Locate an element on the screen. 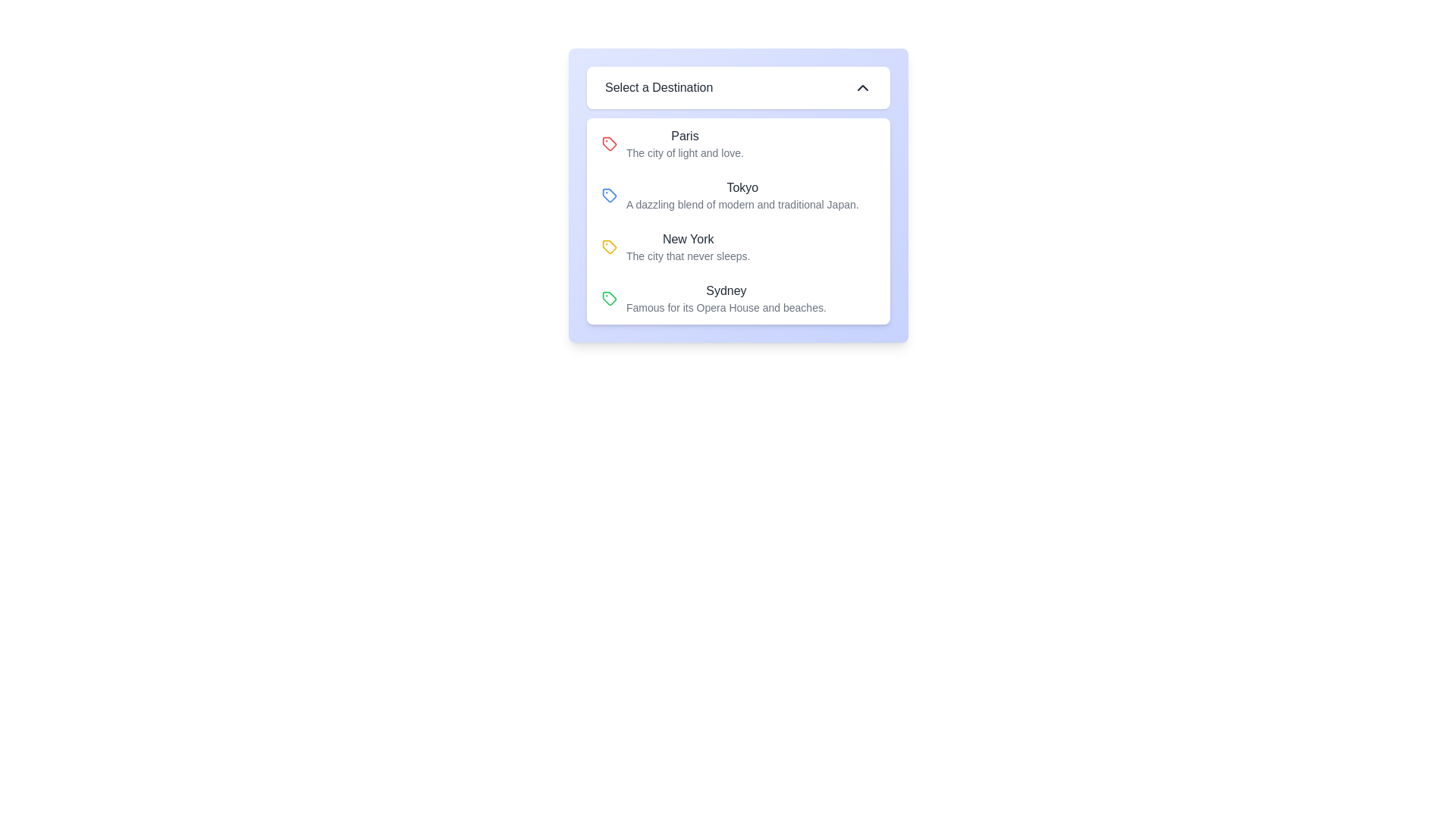  the chevron up icon next to the 'Select a Destination' section is located at coordinates (862, 87).